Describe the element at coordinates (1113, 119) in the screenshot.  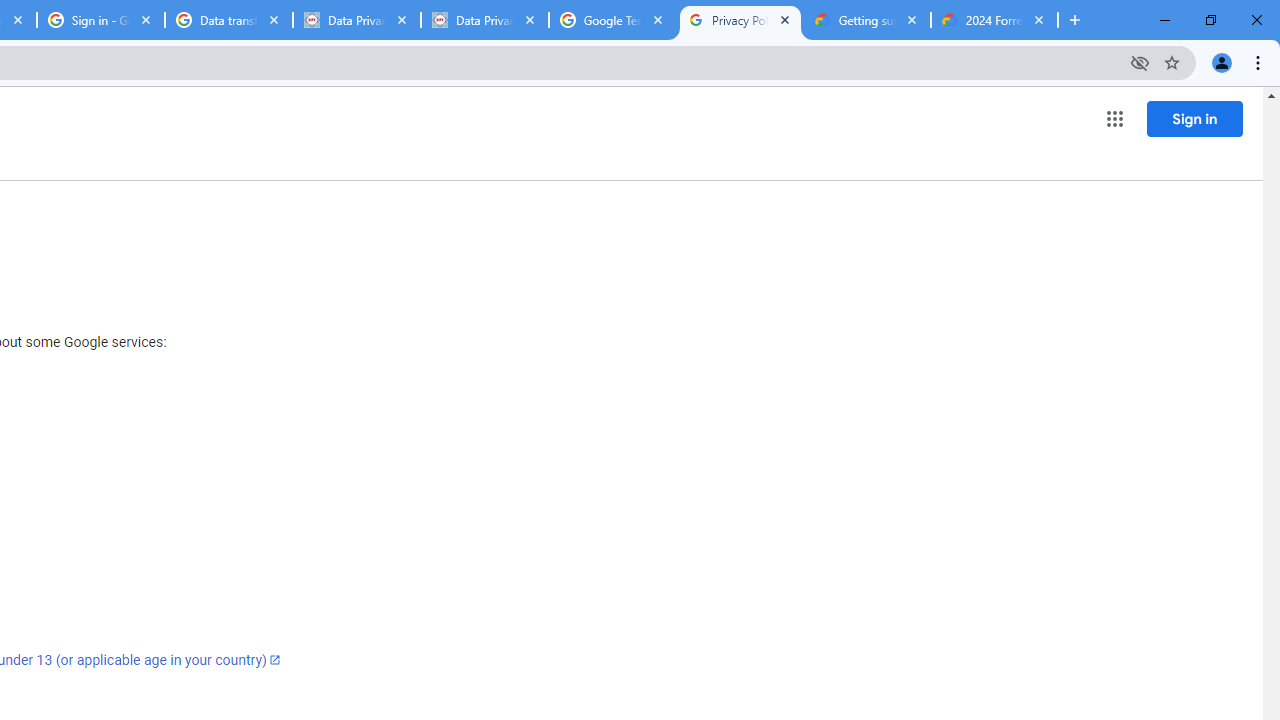
I see `'Google apps'` at that location.